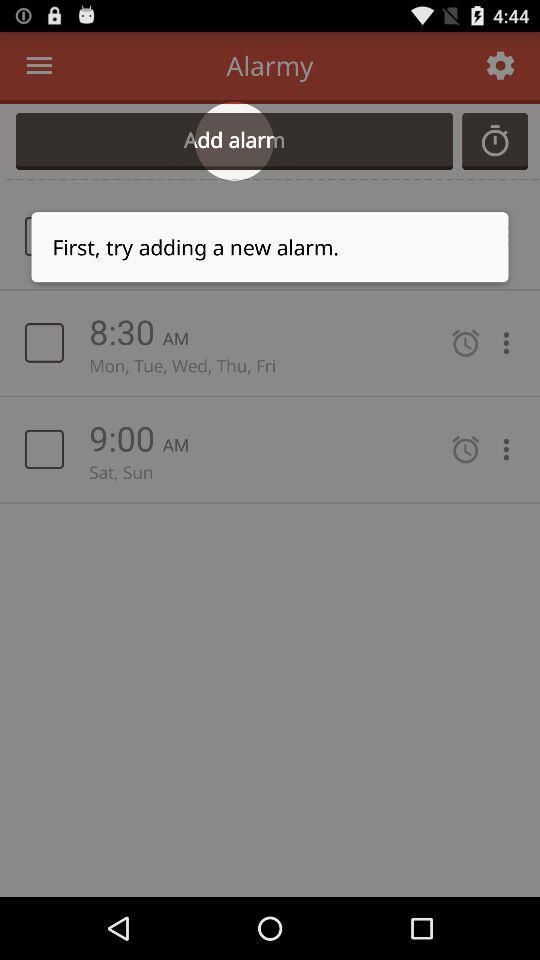 This screenshot has height=960, width=540. I want to click on the menu icon, so click(39, 70).